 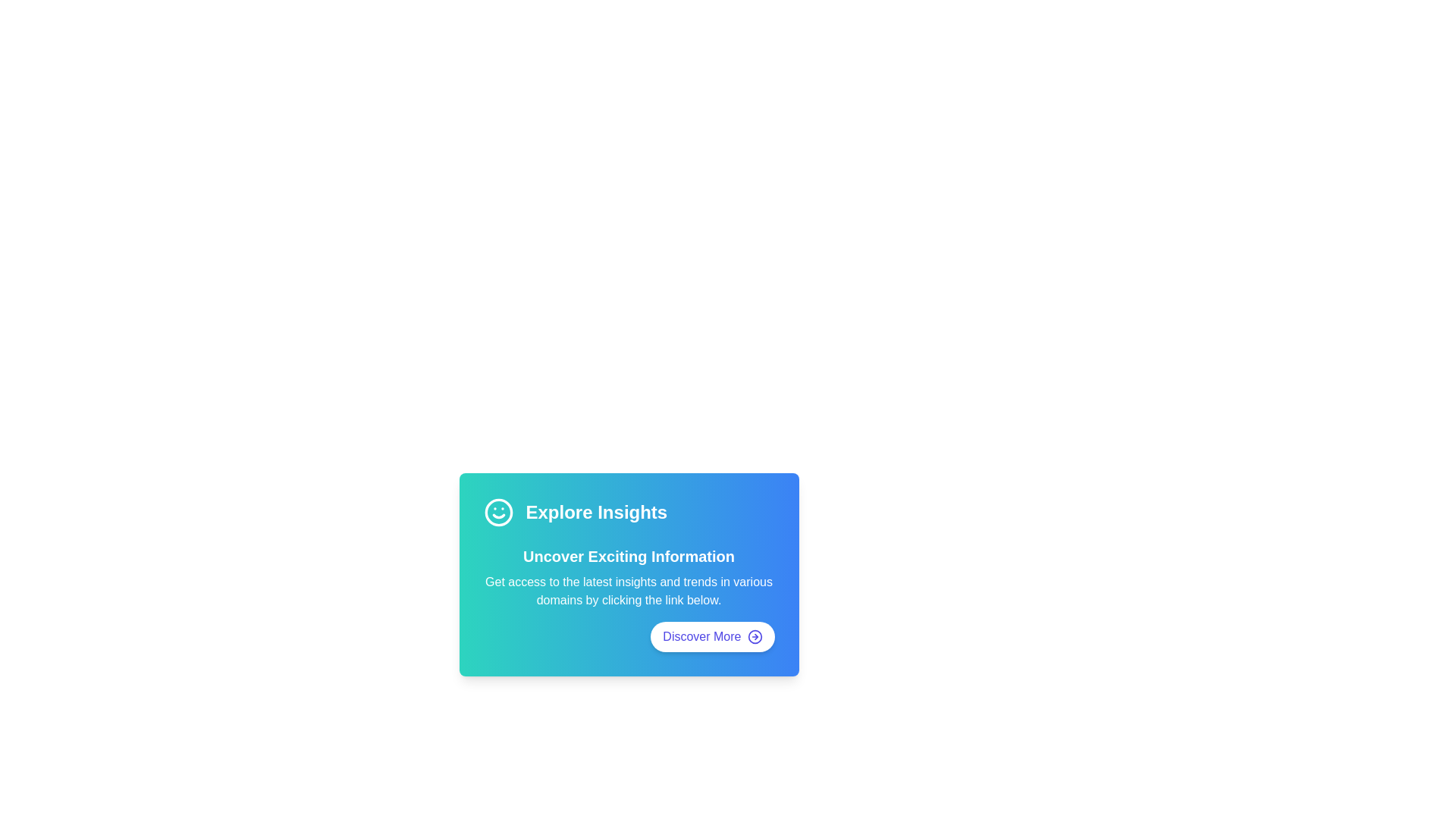 I want to click on informational Text block located within the card below the 'Explore Insights' header and above the 'Discover More' button, so click(x=629, y=578).